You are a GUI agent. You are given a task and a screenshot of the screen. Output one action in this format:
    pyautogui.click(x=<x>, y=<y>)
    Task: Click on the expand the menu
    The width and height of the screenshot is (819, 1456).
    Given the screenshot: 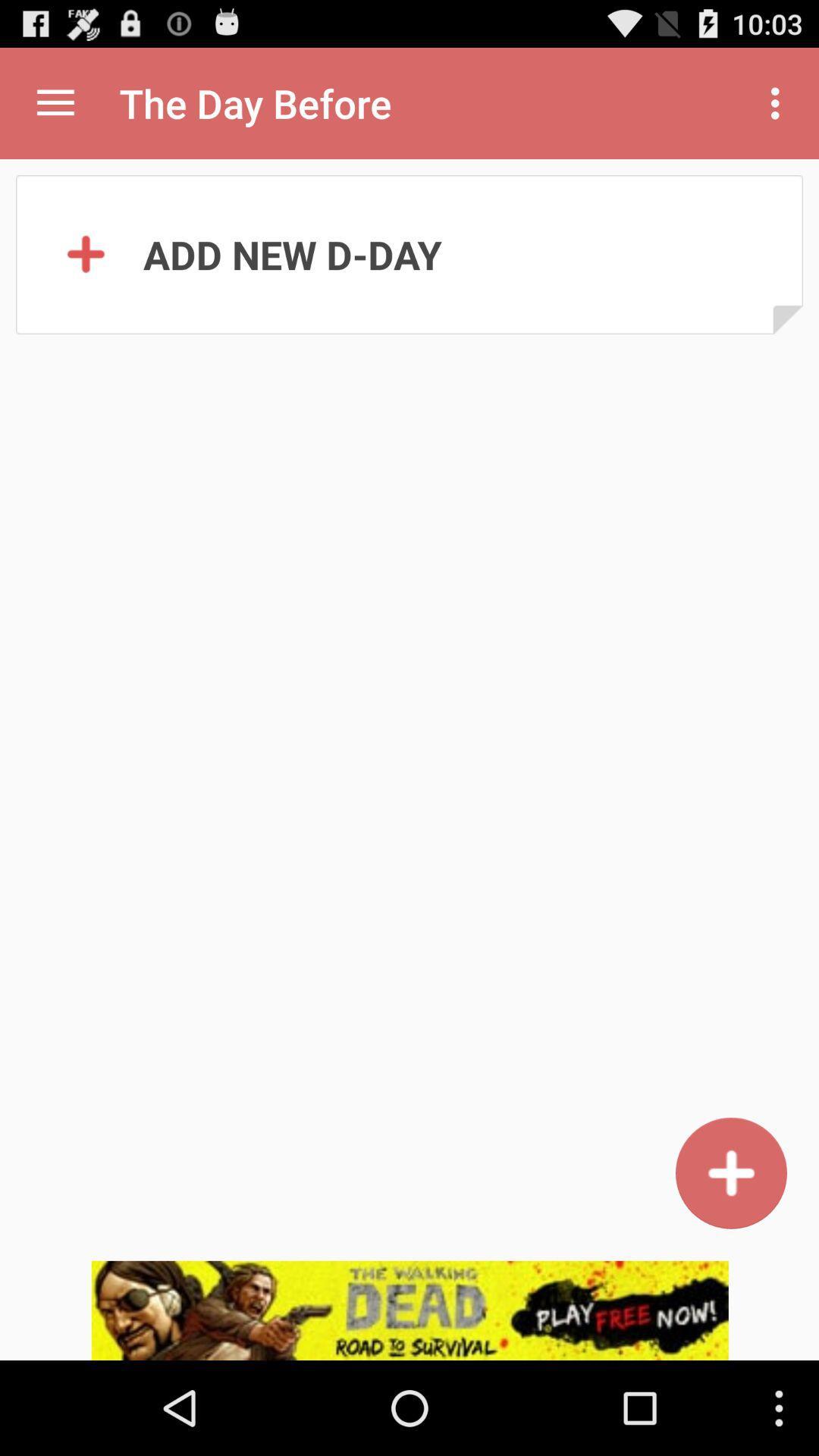 What is the action you would take?
    pyautogui.click(x=55, y=102)
    